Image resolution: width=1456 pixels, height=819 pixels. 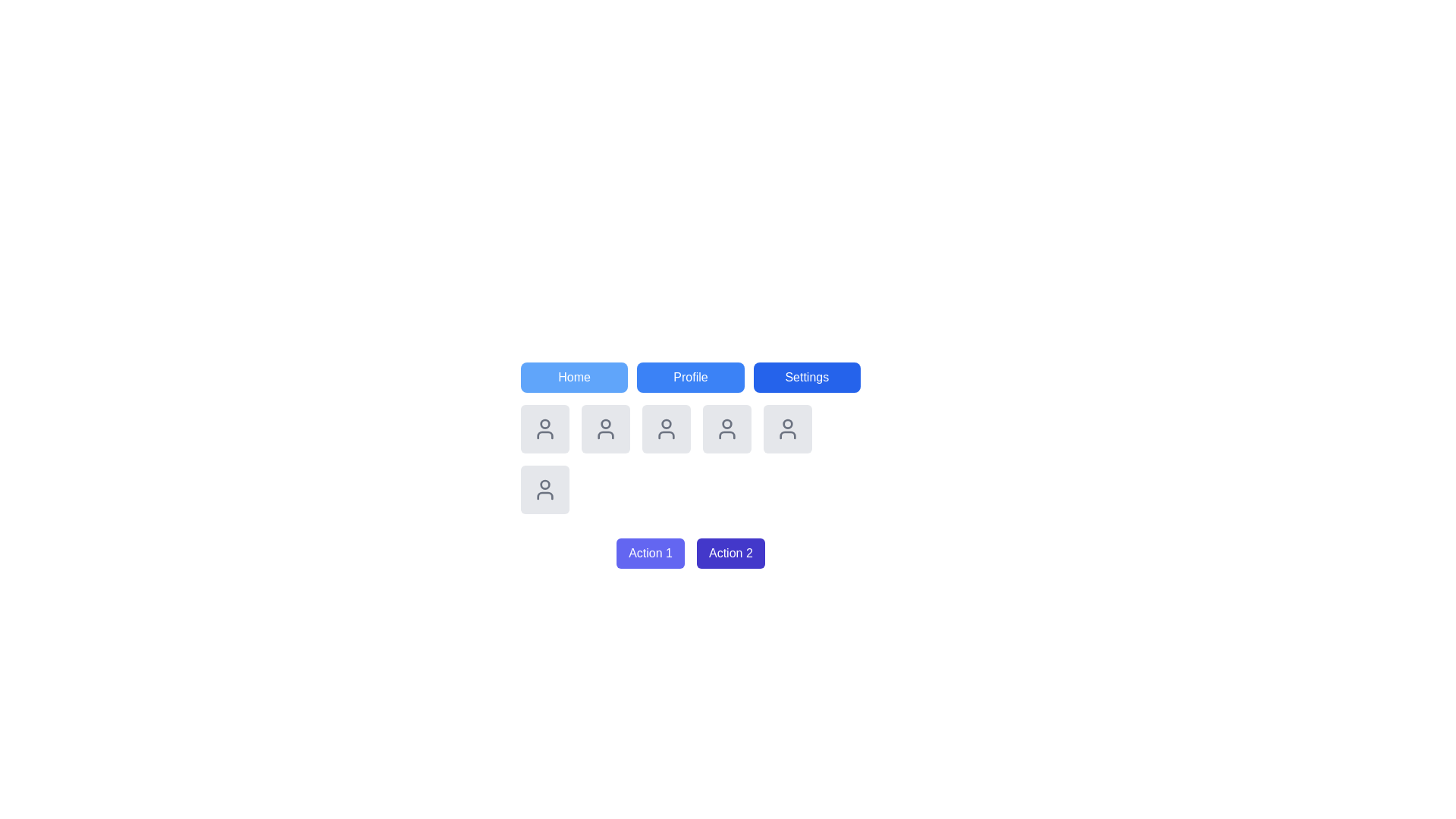 I want to click on the blue 'Home' button with rounded corners, so click(x=573, y=376).